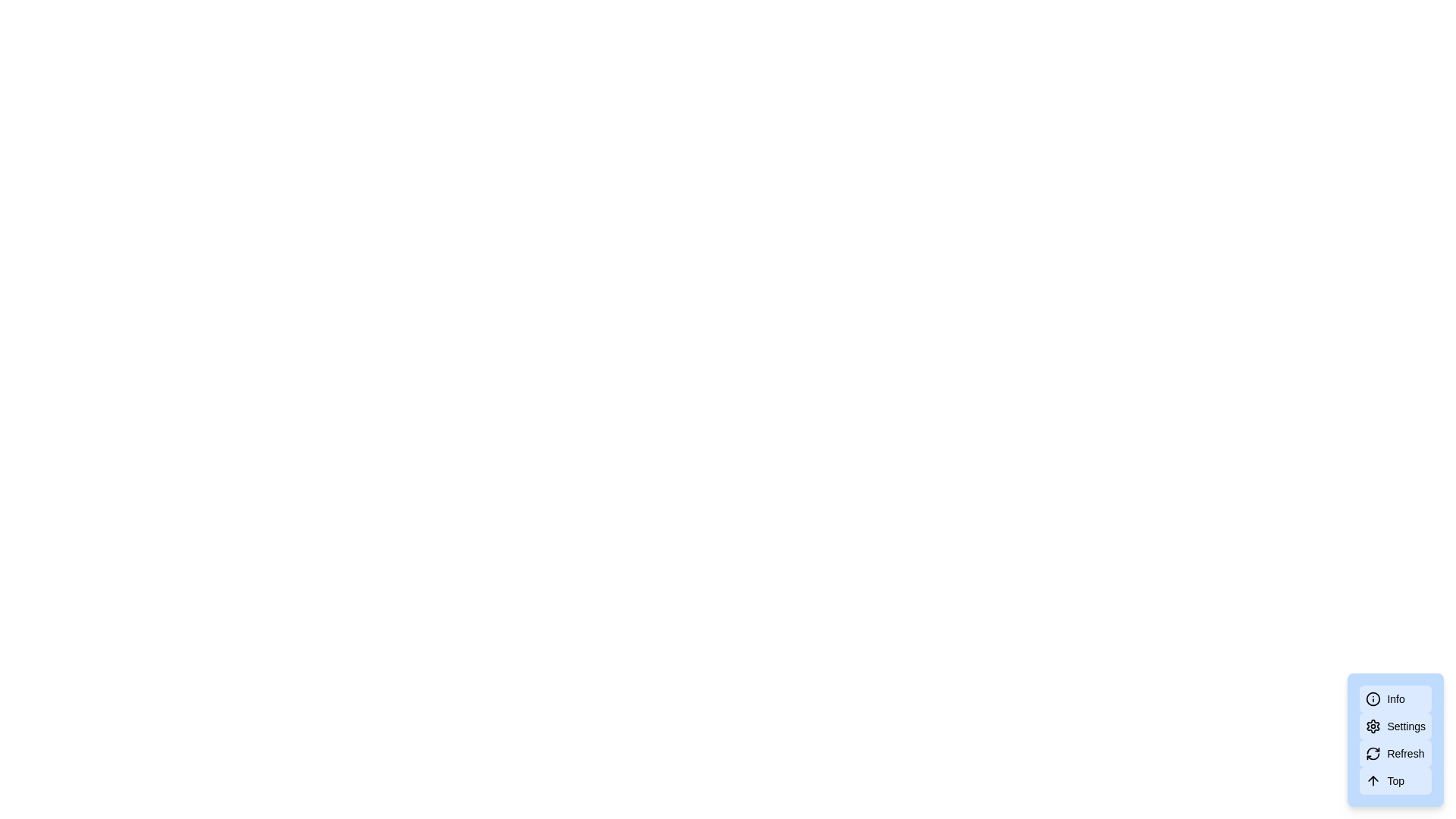 Image resolution: width=1456 pixels, height=819 pixels. I want to click on the cogwheel icon in the 'Settings' button, so click(1373, 725).